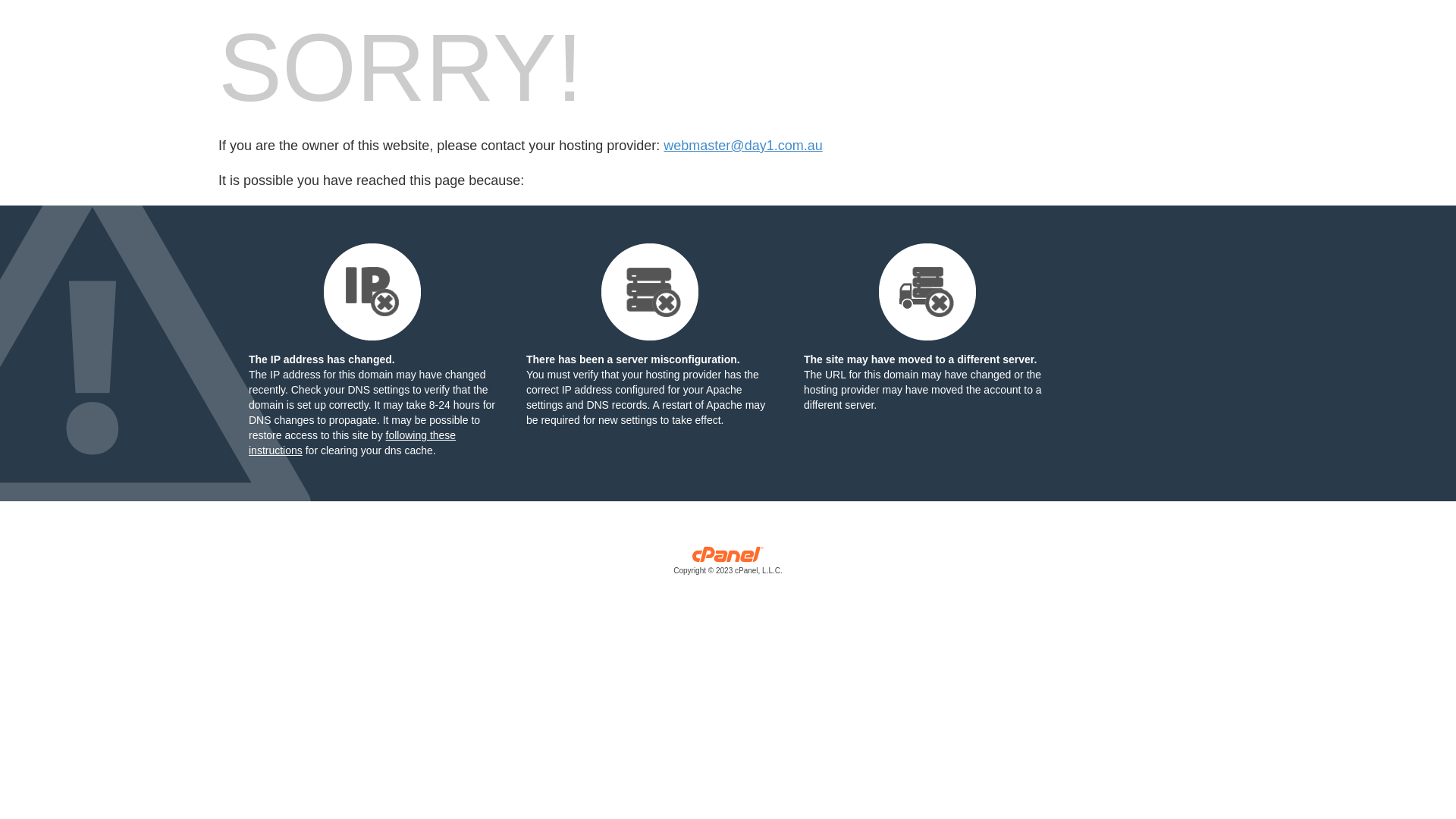 The image size is (1456, 819). Describe the element at coordinates (663, 146) in the screenshot. I see `'webmaster@day1.com.au'` at that location.